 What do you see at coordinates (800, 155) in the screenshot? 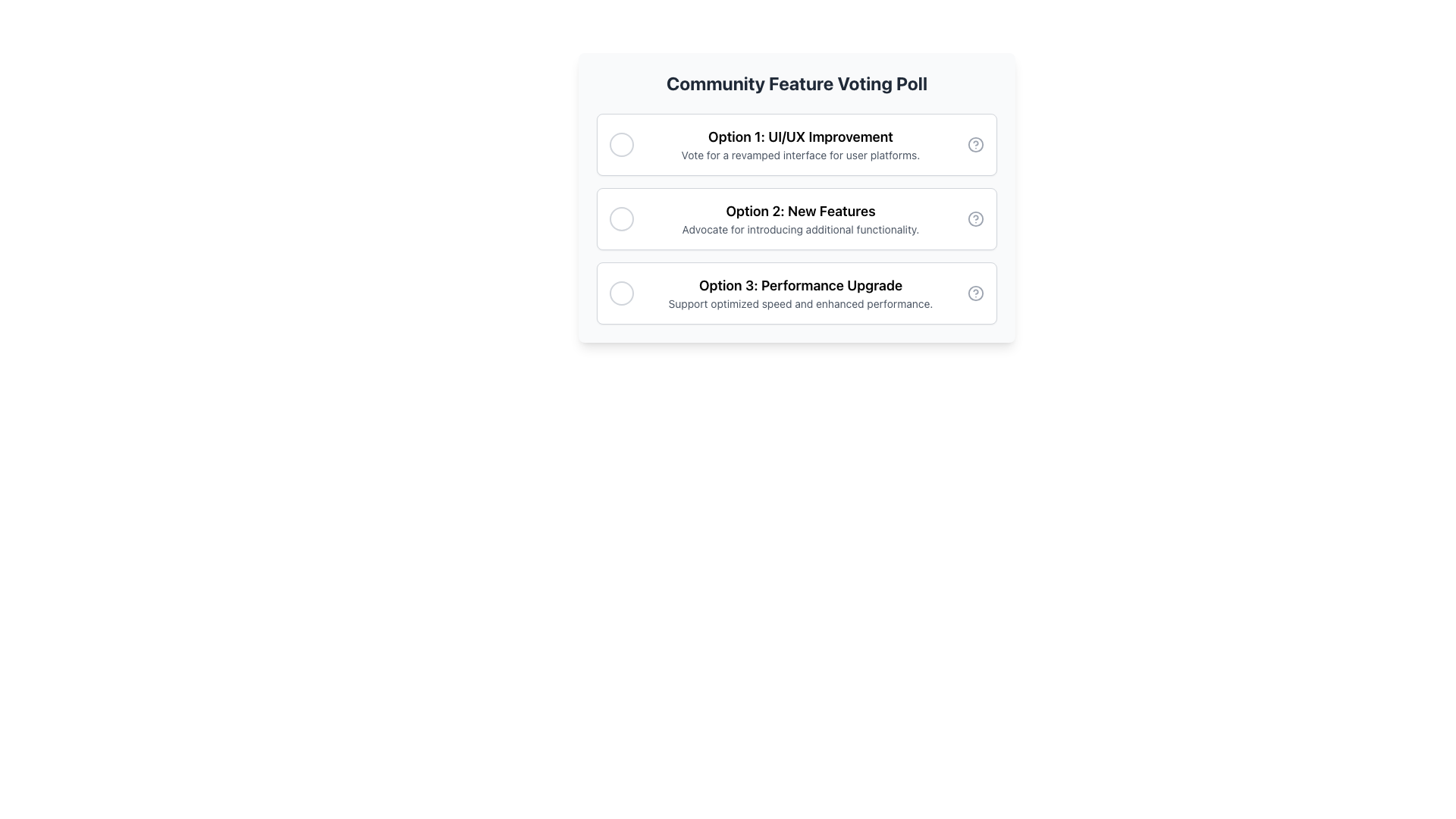
I see `the descriptive Text Label that elaborates the purpose of the 'Option 1' selection in the voting interface` at bounding box center [800, 155].